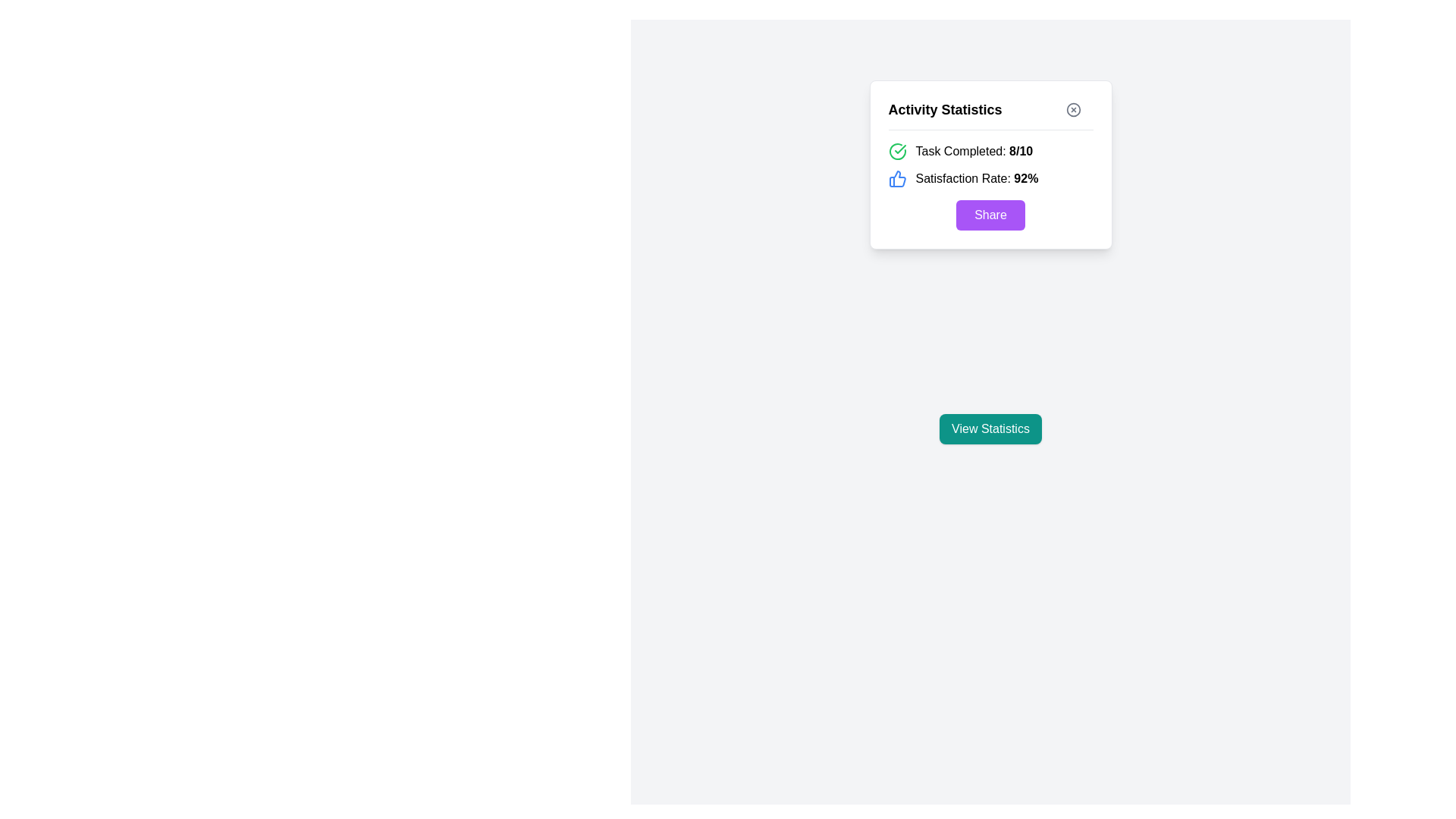 This screenshot has width=1456, height=819. What do you see at coordinates (990, 215) in the screenshot?
I see `the 'Share' button, which is a rectangular button with rounded corners, featuring a vibrant purple background and white text, located at the bottom of a card interface` at bounding box center [990, 215].